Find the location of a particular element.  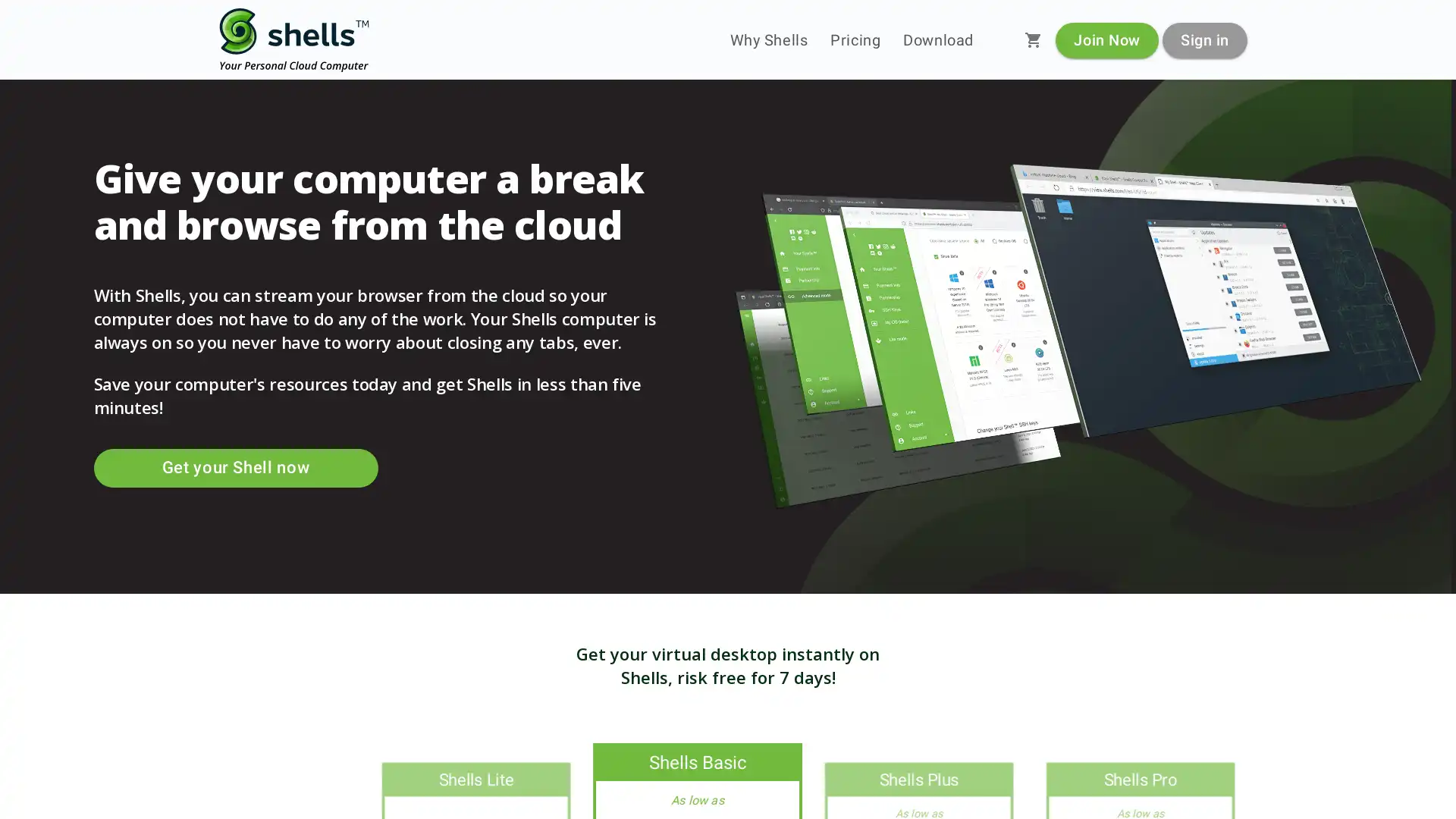

Join Now is located at coordinates (1106, 39).